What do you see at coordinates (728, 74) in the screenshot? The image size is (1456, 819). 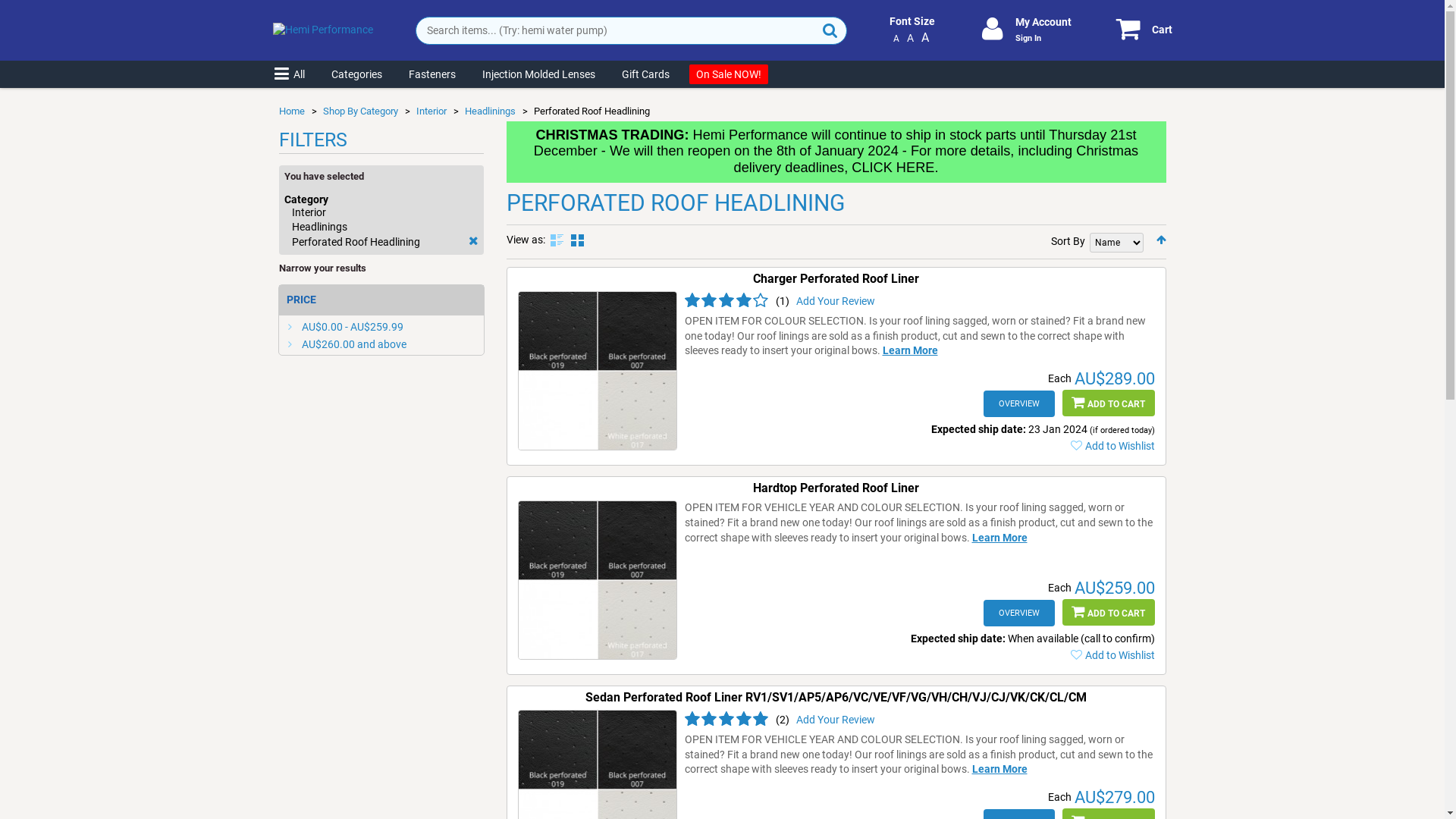 I see `'On Sale'` at bounding box center [728, 74].